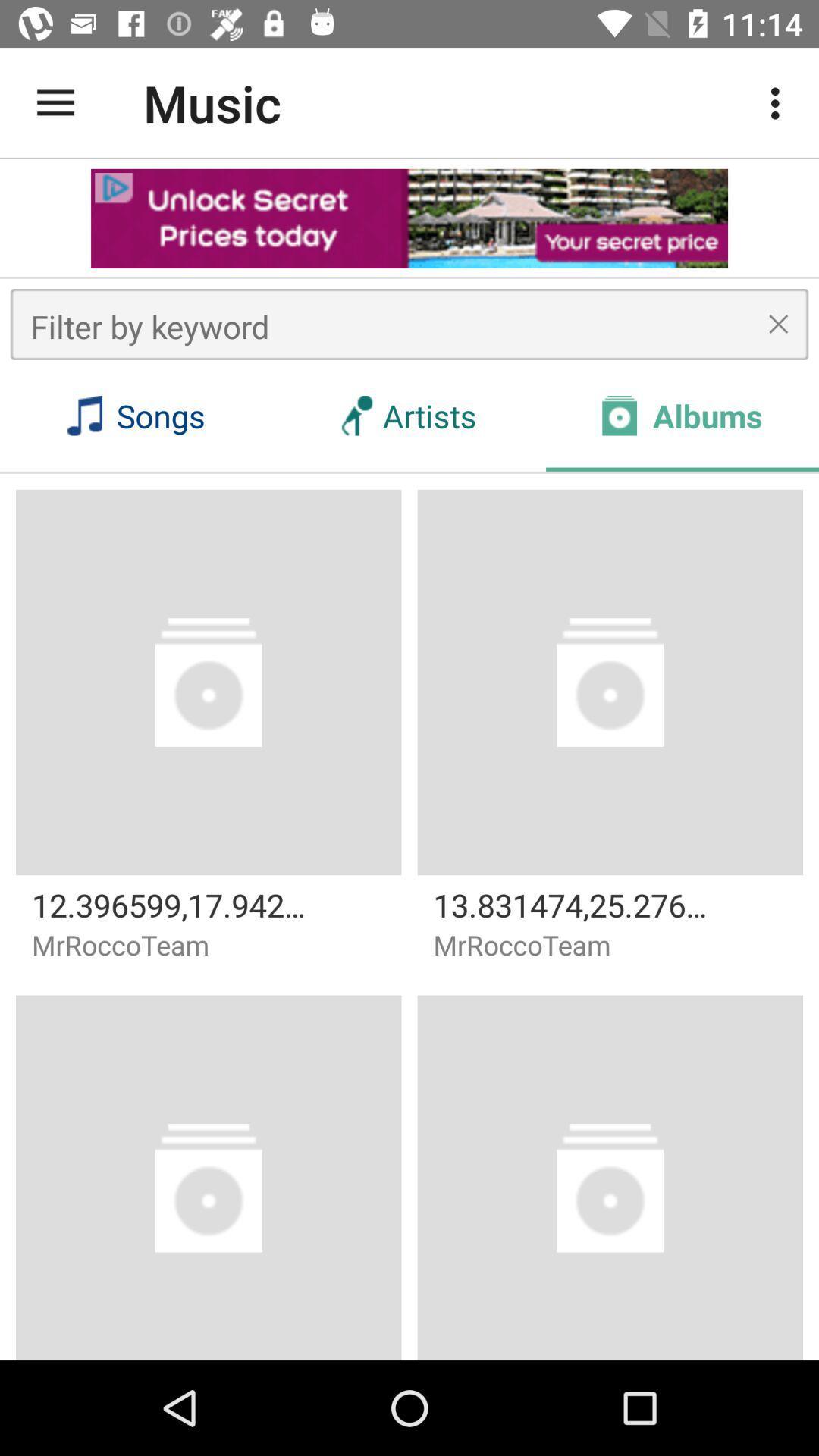 The image size is (819, 1456). Describe the element at coordinates (778, 323) in the screenshot. I see `close` at that location.